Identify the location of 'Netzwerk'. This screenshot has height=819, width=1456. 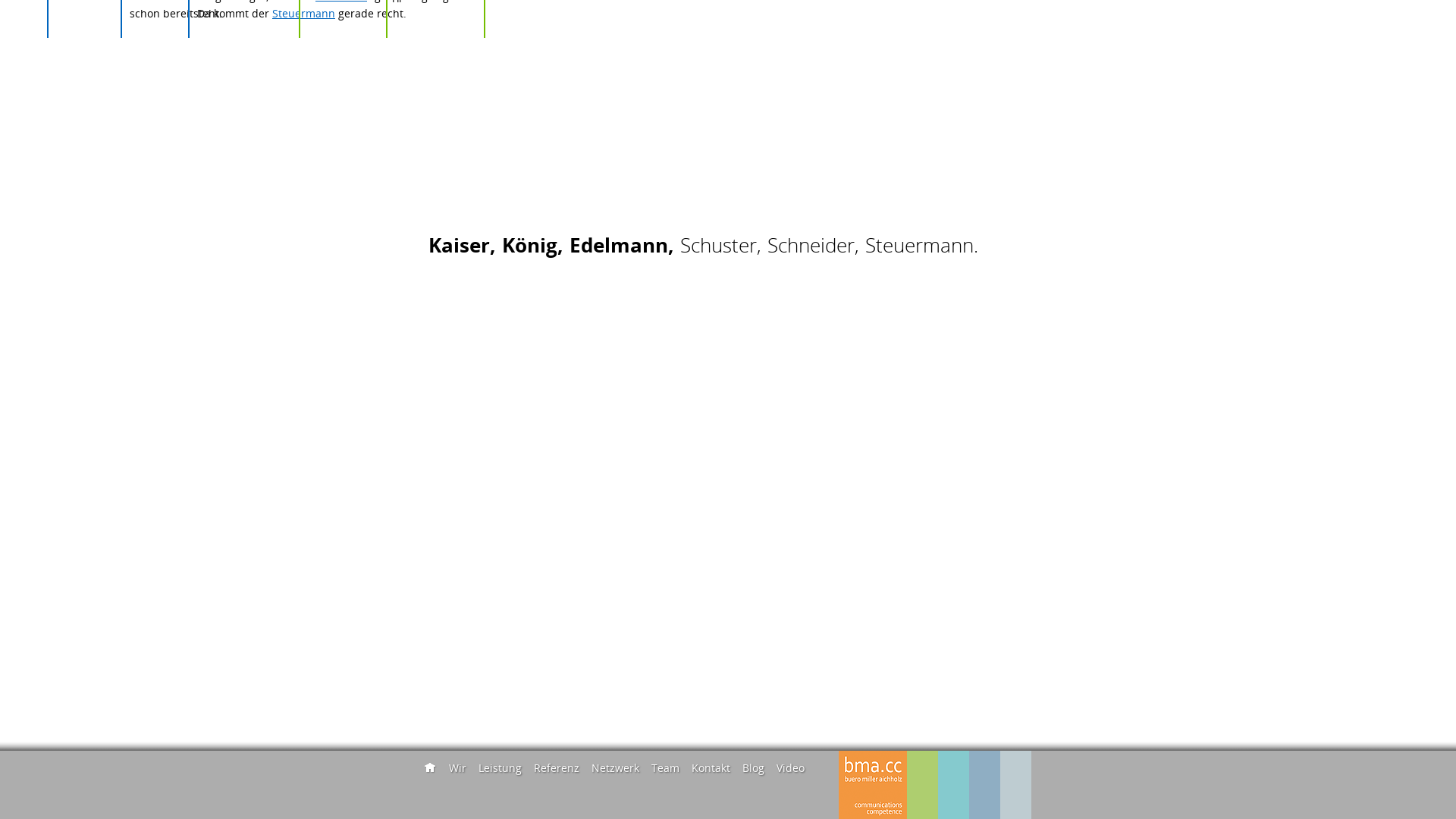
(615, 767).